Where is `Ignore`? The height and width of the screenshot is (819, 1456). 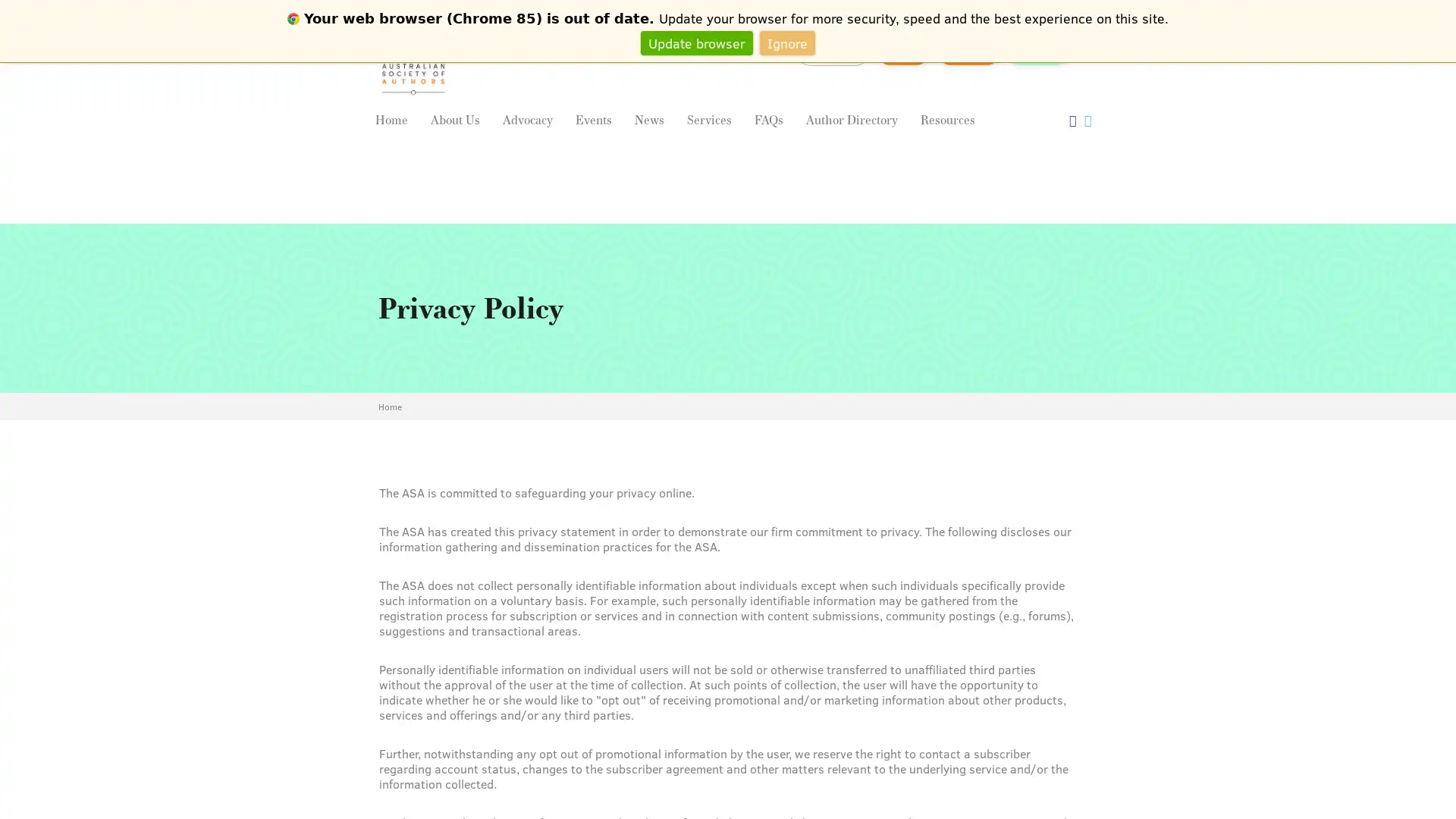
Ignore is located at coordinates (787, 42).